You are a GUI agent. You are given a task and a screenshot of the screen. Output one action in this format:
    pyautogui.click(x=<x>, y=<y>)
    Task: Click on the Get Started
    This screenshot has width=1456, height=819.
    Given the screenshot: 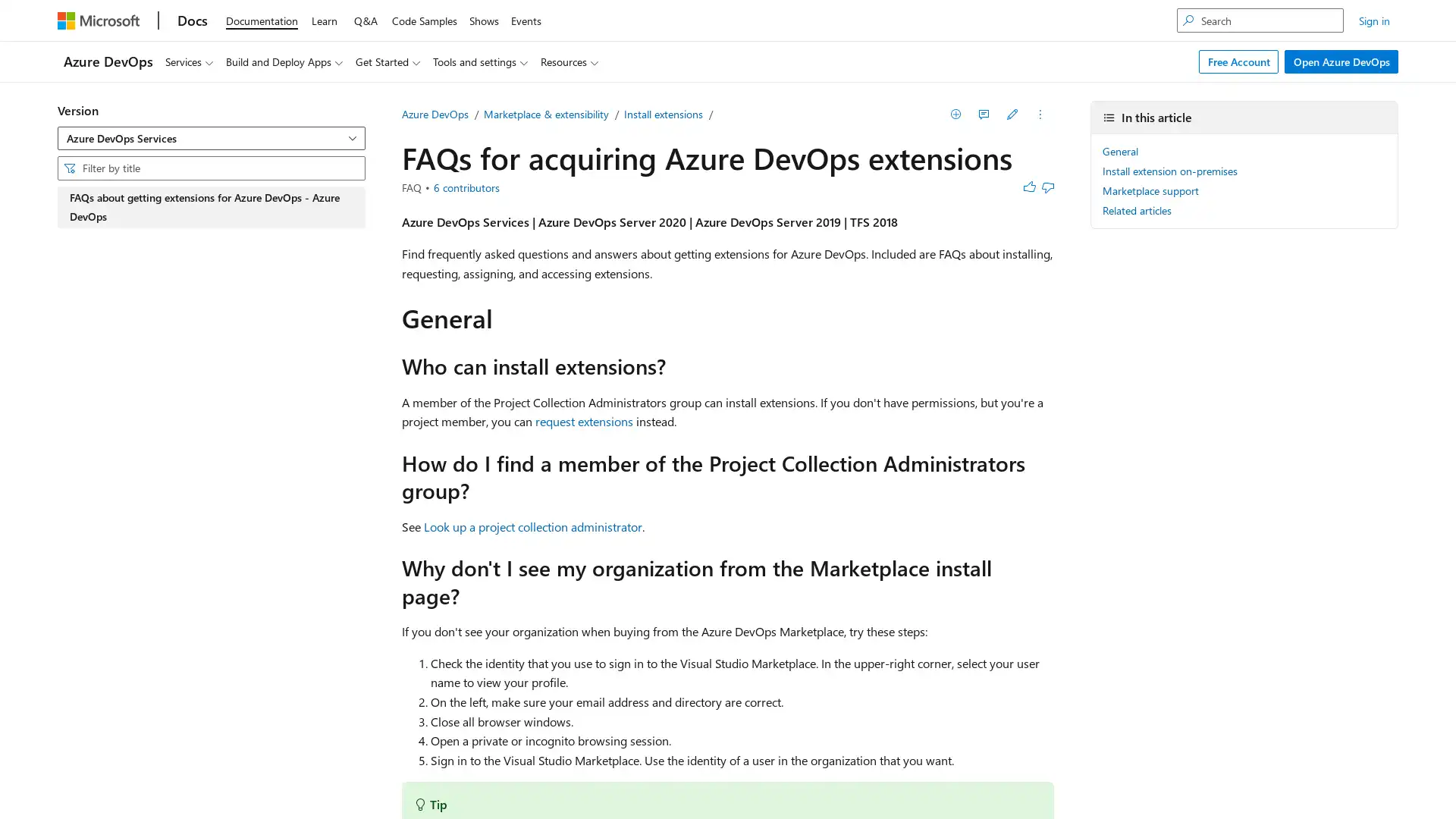 What is the action you would take?
    pyautogui.click(x=388, y=61)
    